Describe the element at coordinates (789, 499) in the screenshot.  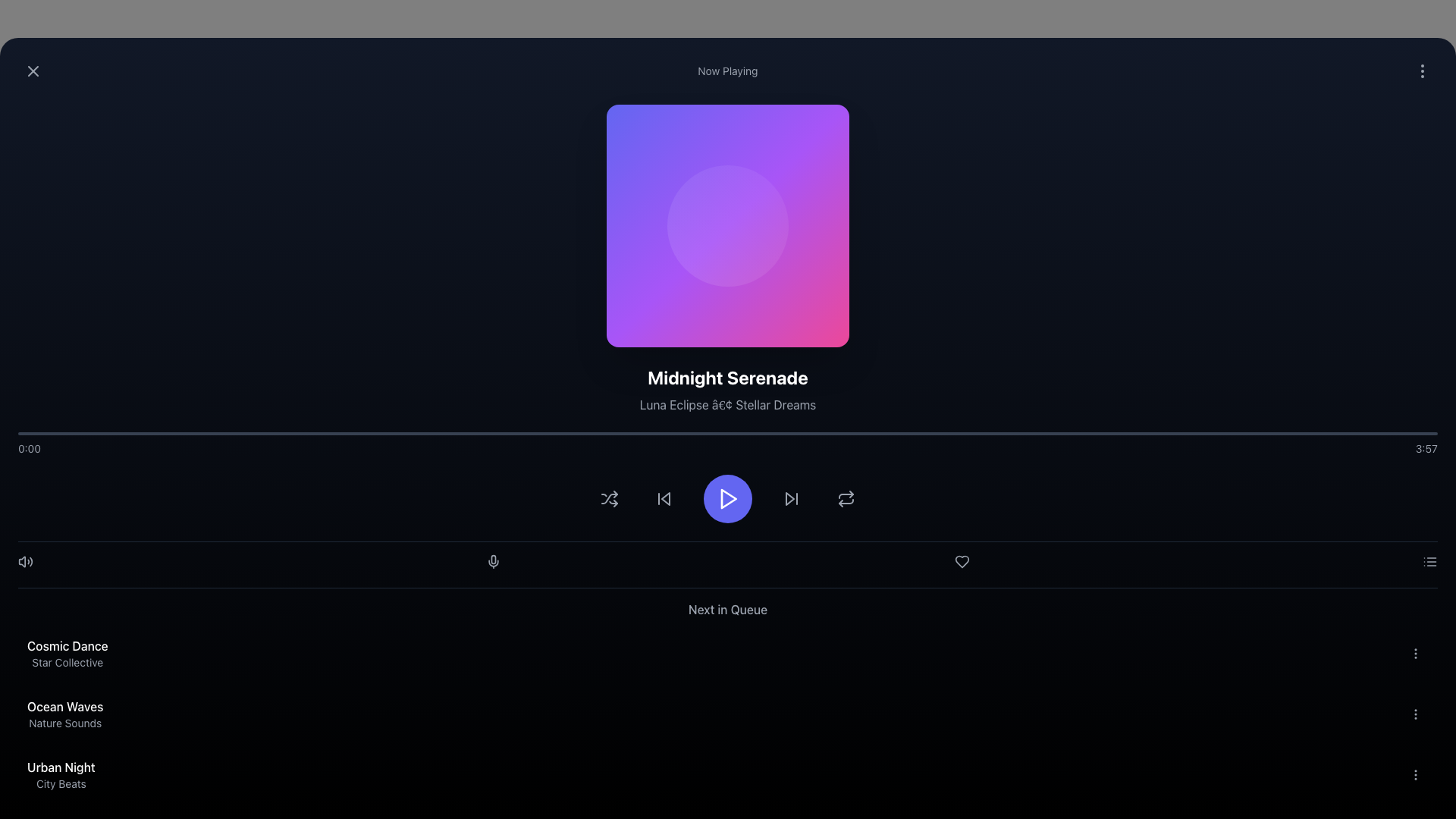
I see `the triangular icon within the button component` at that location.